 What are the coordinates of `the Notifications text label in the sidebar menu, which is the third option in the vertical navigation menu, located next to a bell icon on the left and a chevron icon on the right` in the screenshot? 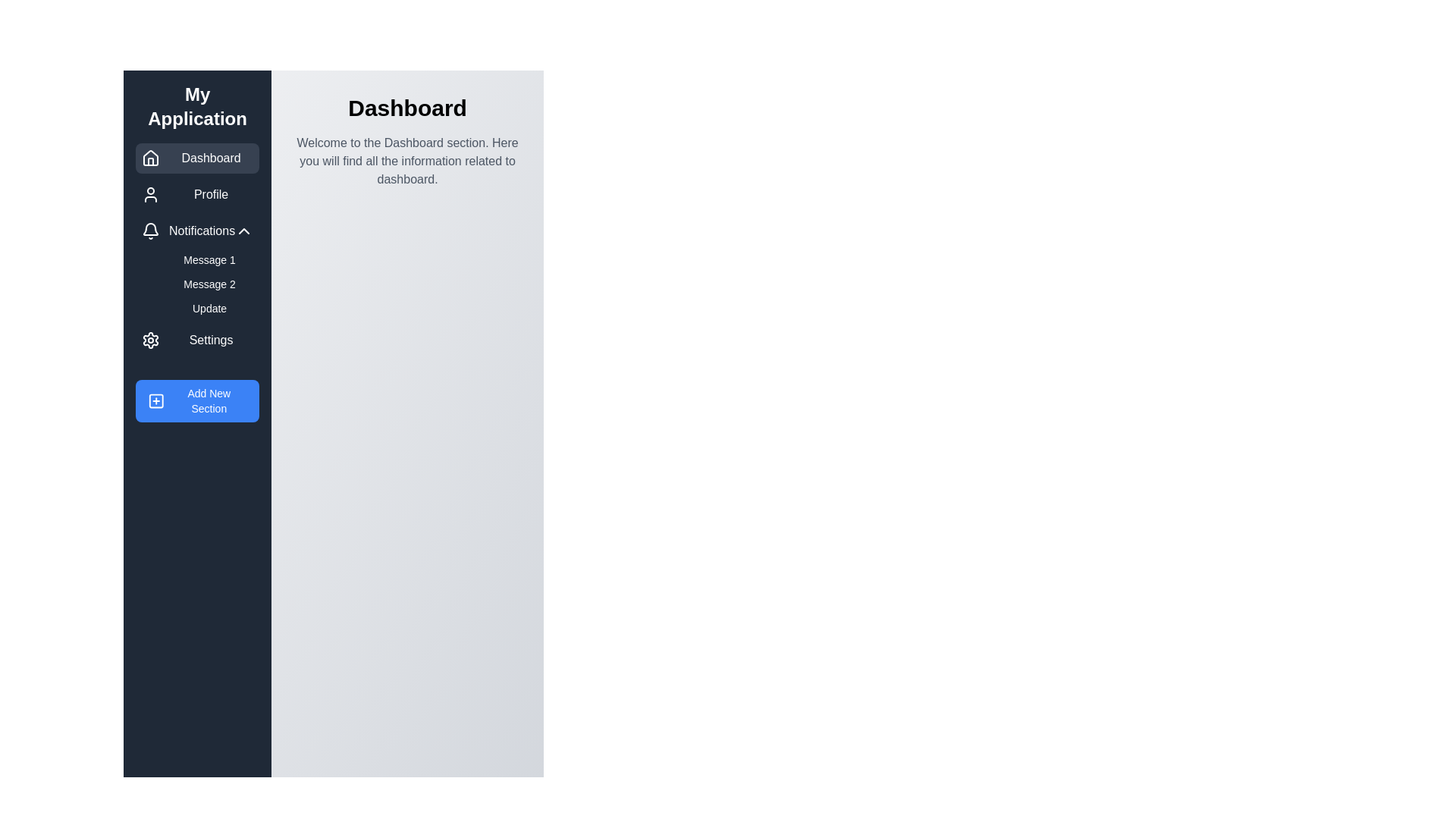 It's located at (201, 231).